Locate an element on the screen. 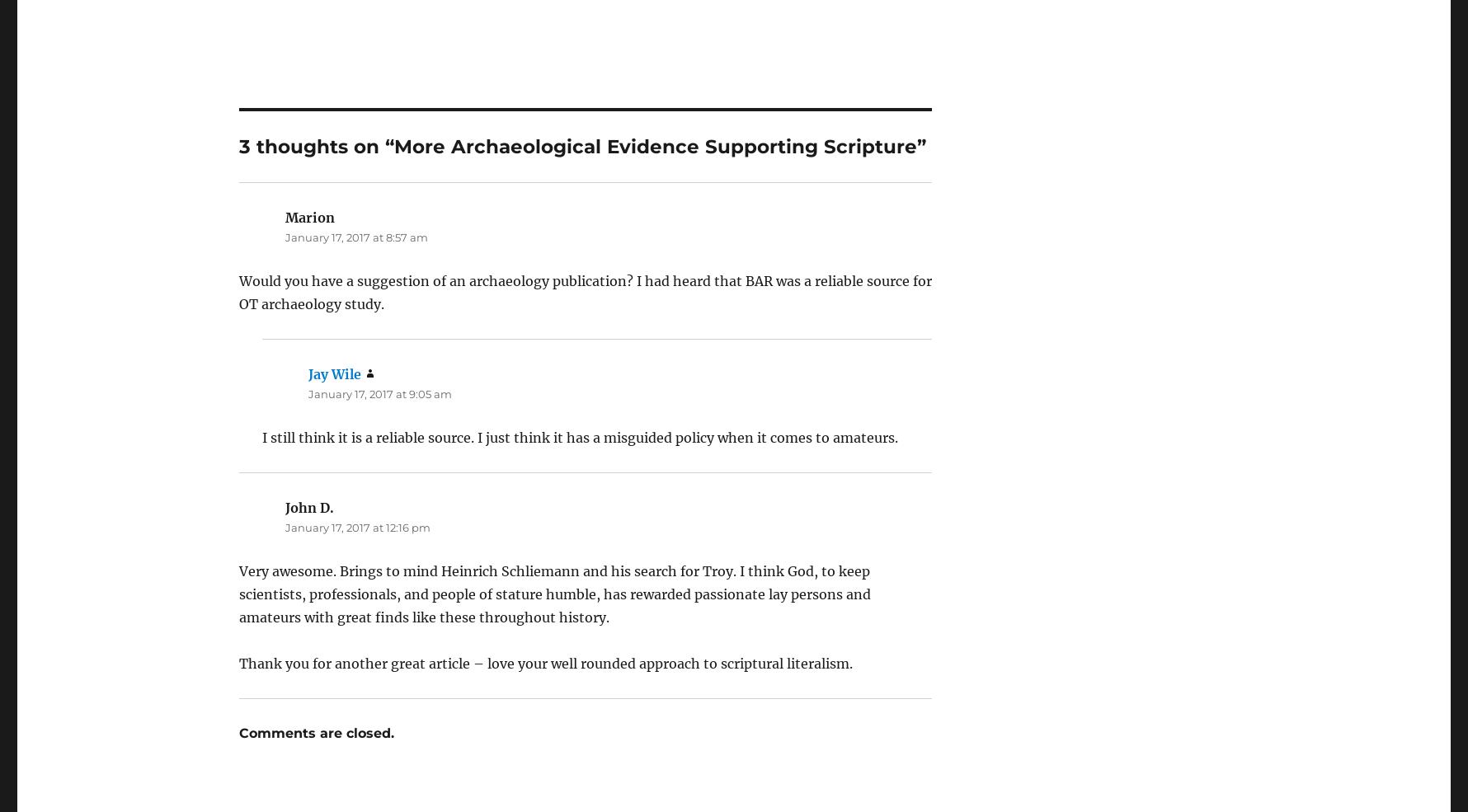 Image resolution: width=1468 pixels, height=812 pixels. 'Comments are closed.' is located at coordinates (238, 687).